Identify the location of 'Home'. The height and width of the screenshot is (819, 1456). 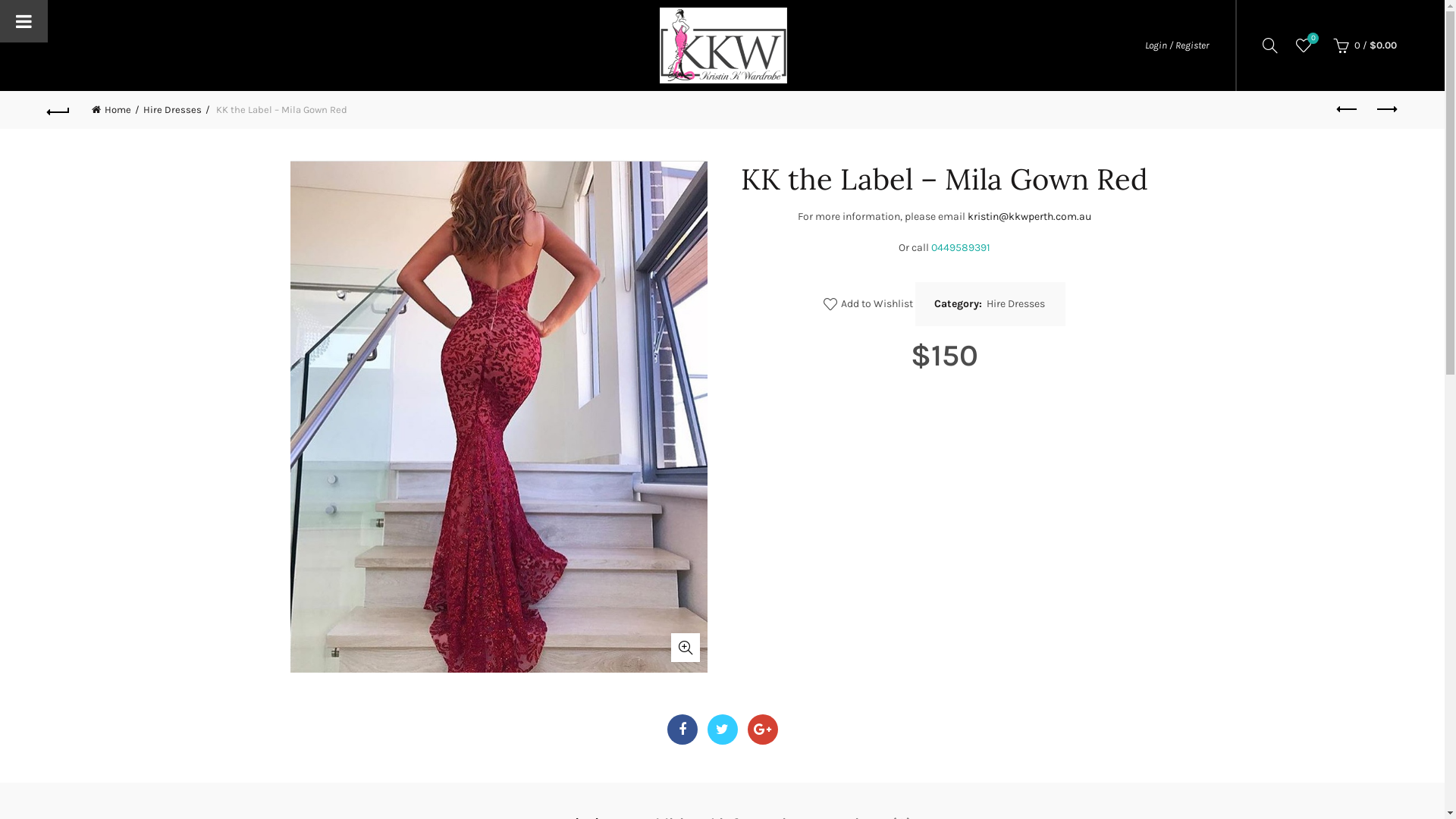
(115, 108).